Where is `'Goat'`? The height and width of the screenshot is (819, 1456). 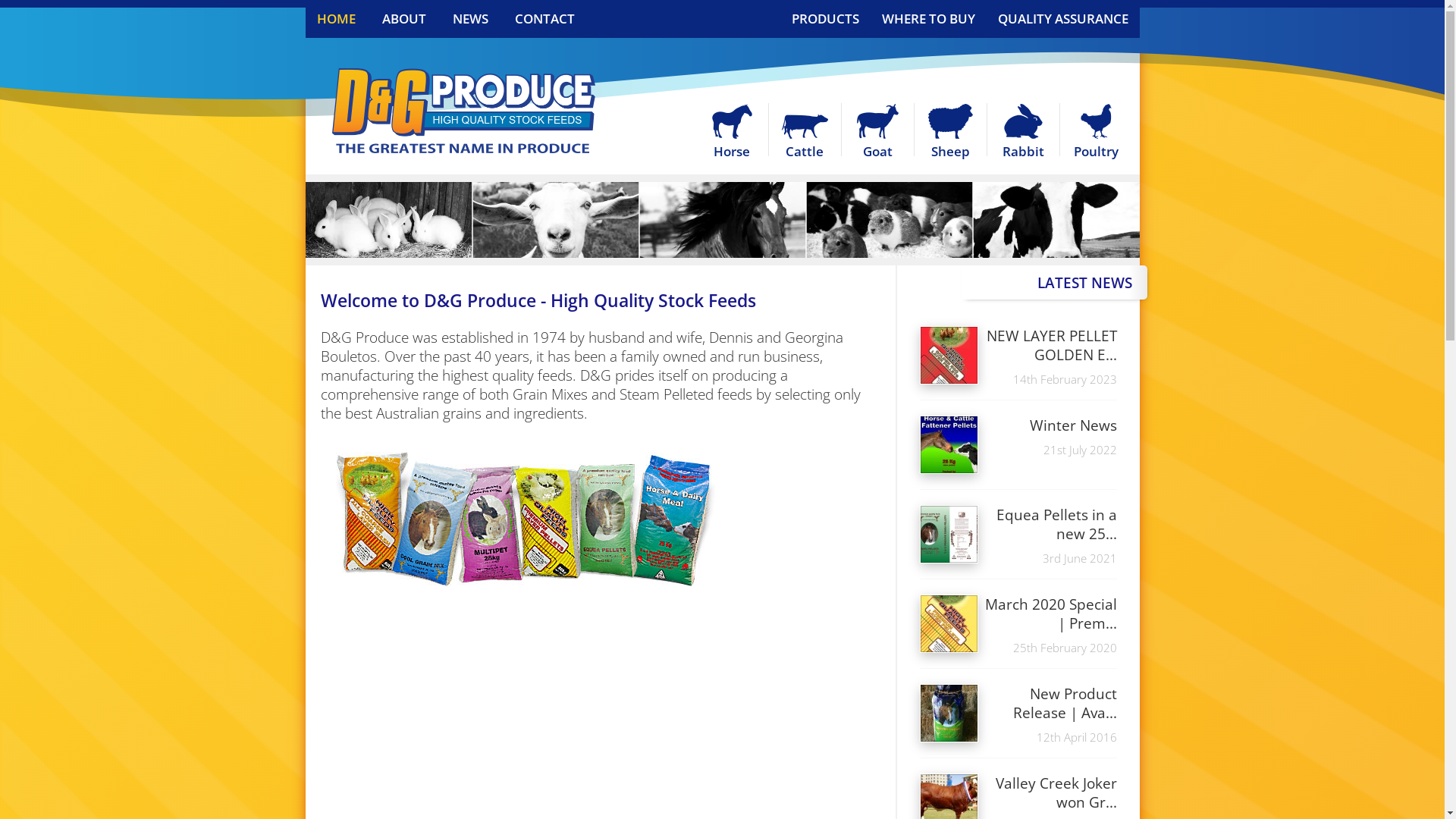 'Goat' is located at coordinates (877, 131).